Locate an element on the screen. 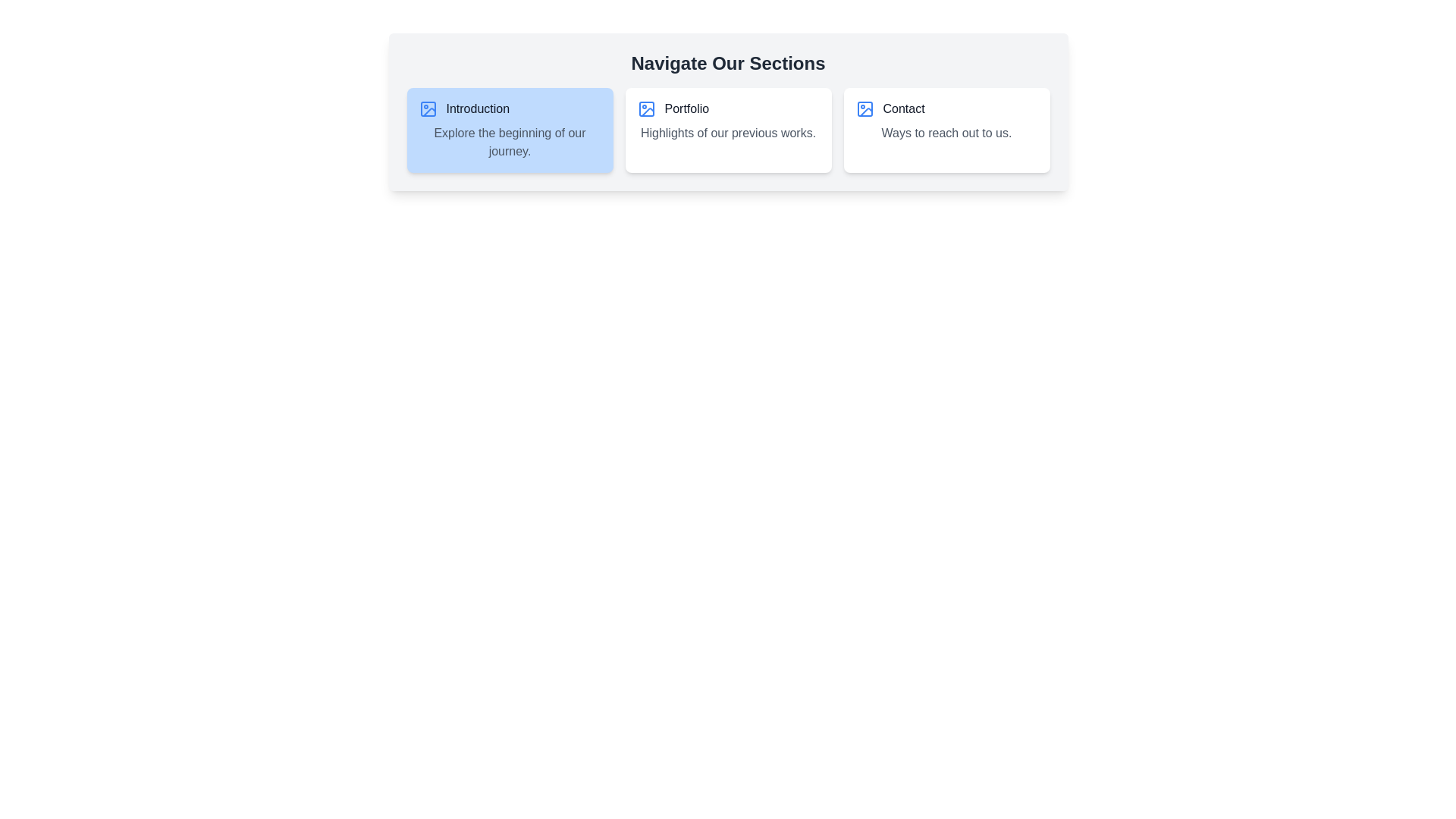 The image size is (1456, 819). the descriptive text block located beneath the 'Contact' header in the rightmost card of the horizontally-aligned card arrangement is located at coordinates (946, 133).